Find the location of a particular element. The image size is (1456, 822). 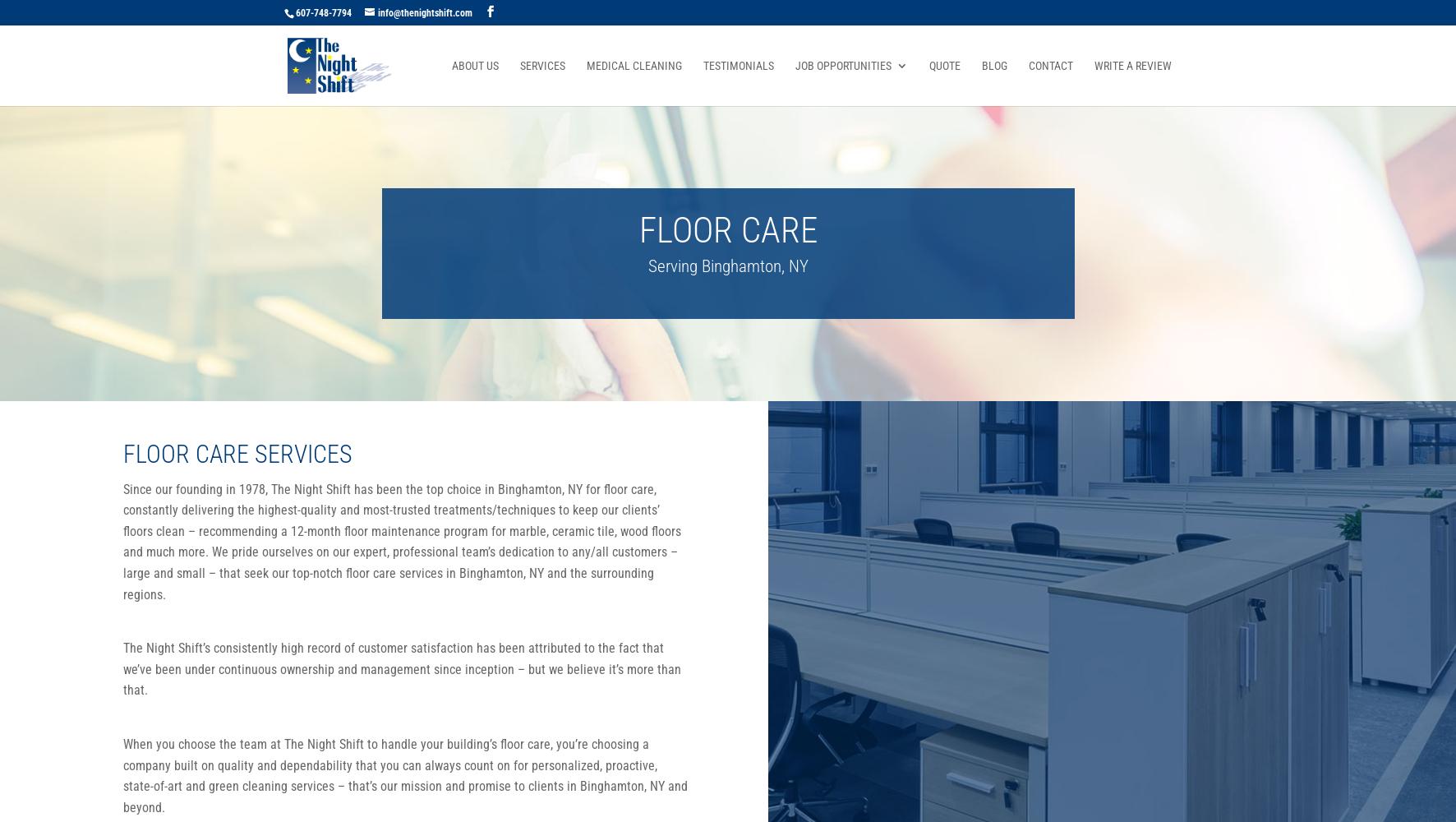

'Medical Cleaning' is located at coordinates (634, 65).